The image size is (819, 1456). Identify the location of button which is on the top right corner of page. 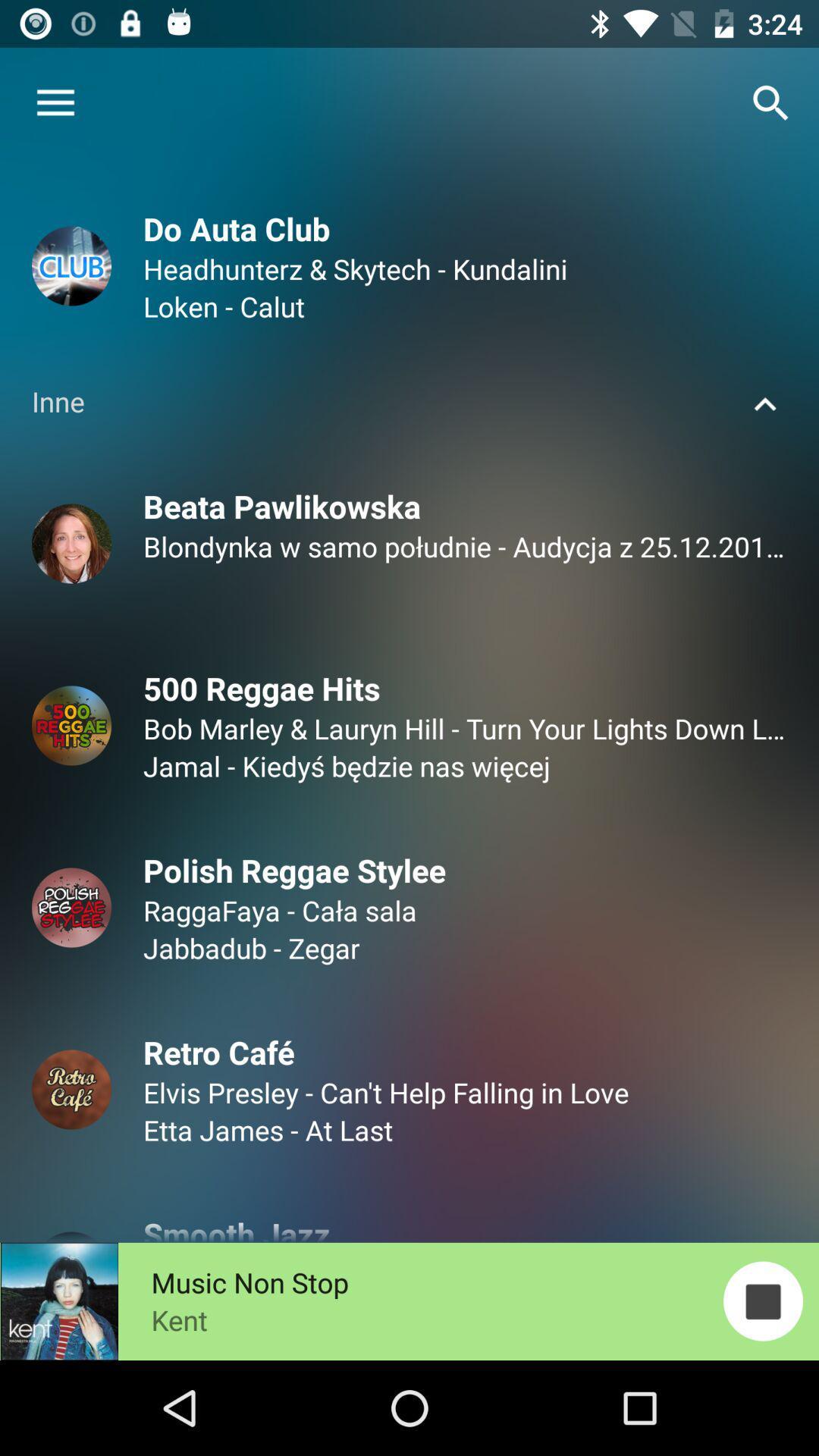
(771, 103).